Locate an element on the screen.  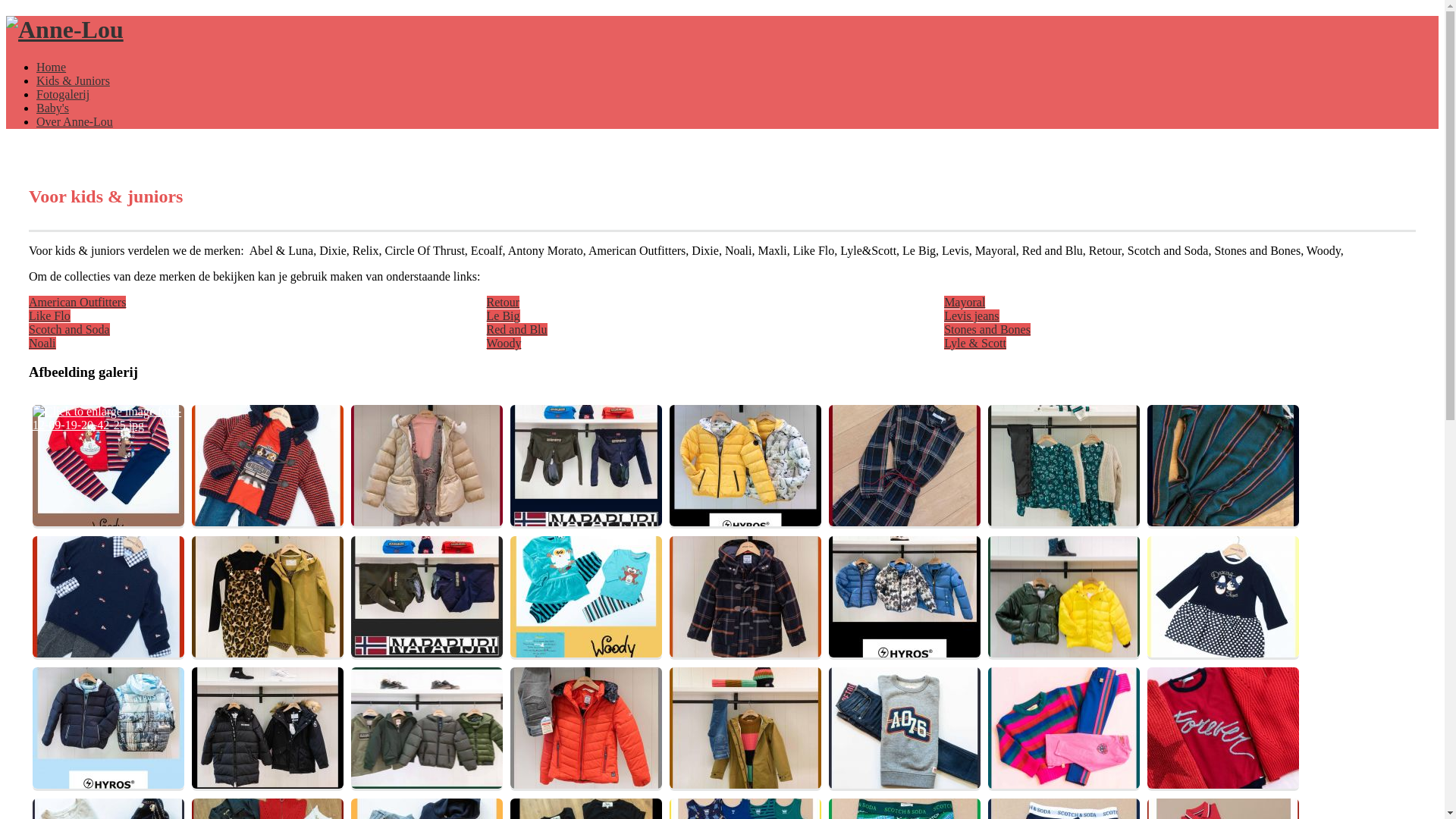
'Stones and Bones' is located at coordinates (987, 328).